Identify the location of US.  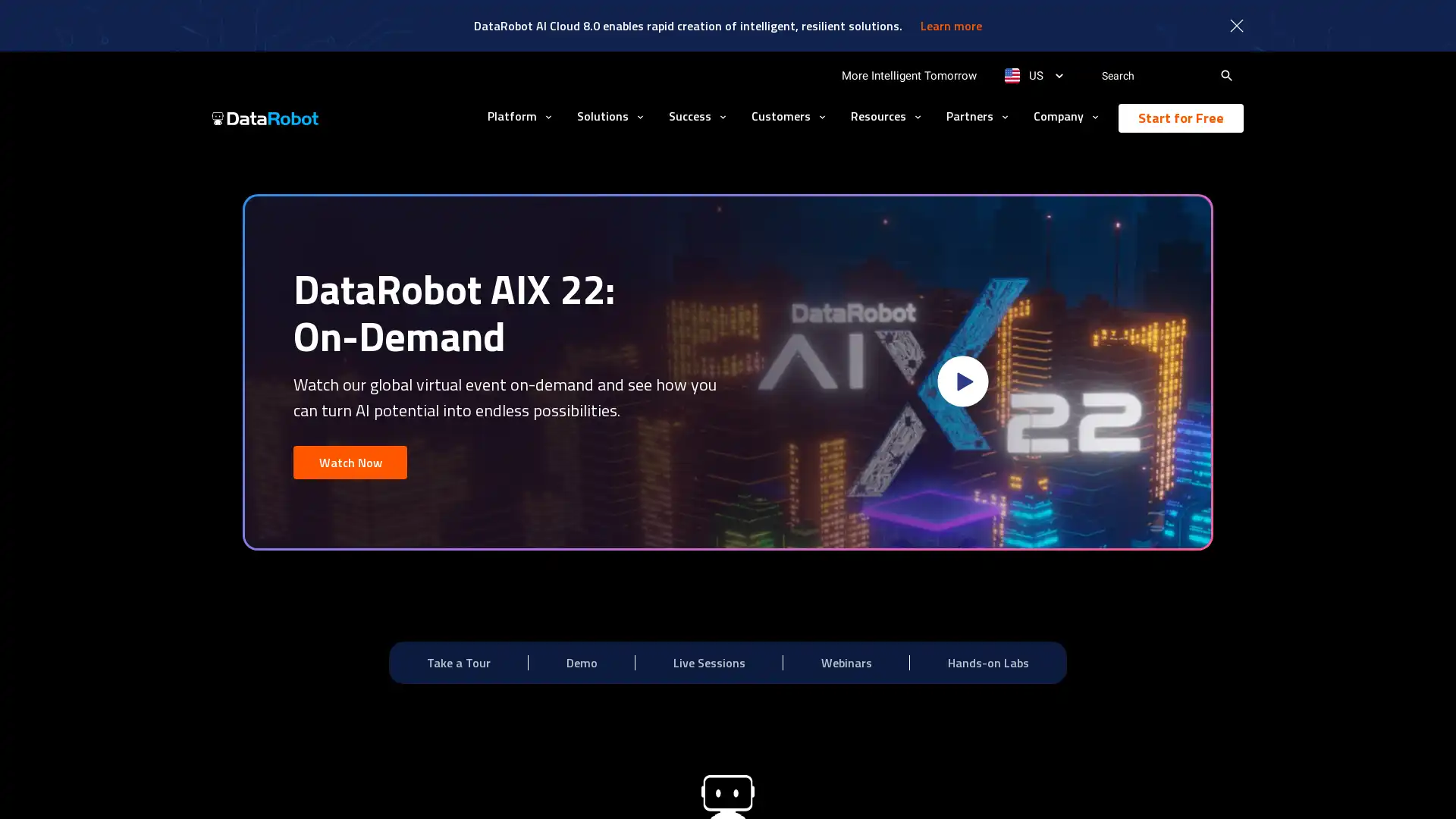
(1033, 76).